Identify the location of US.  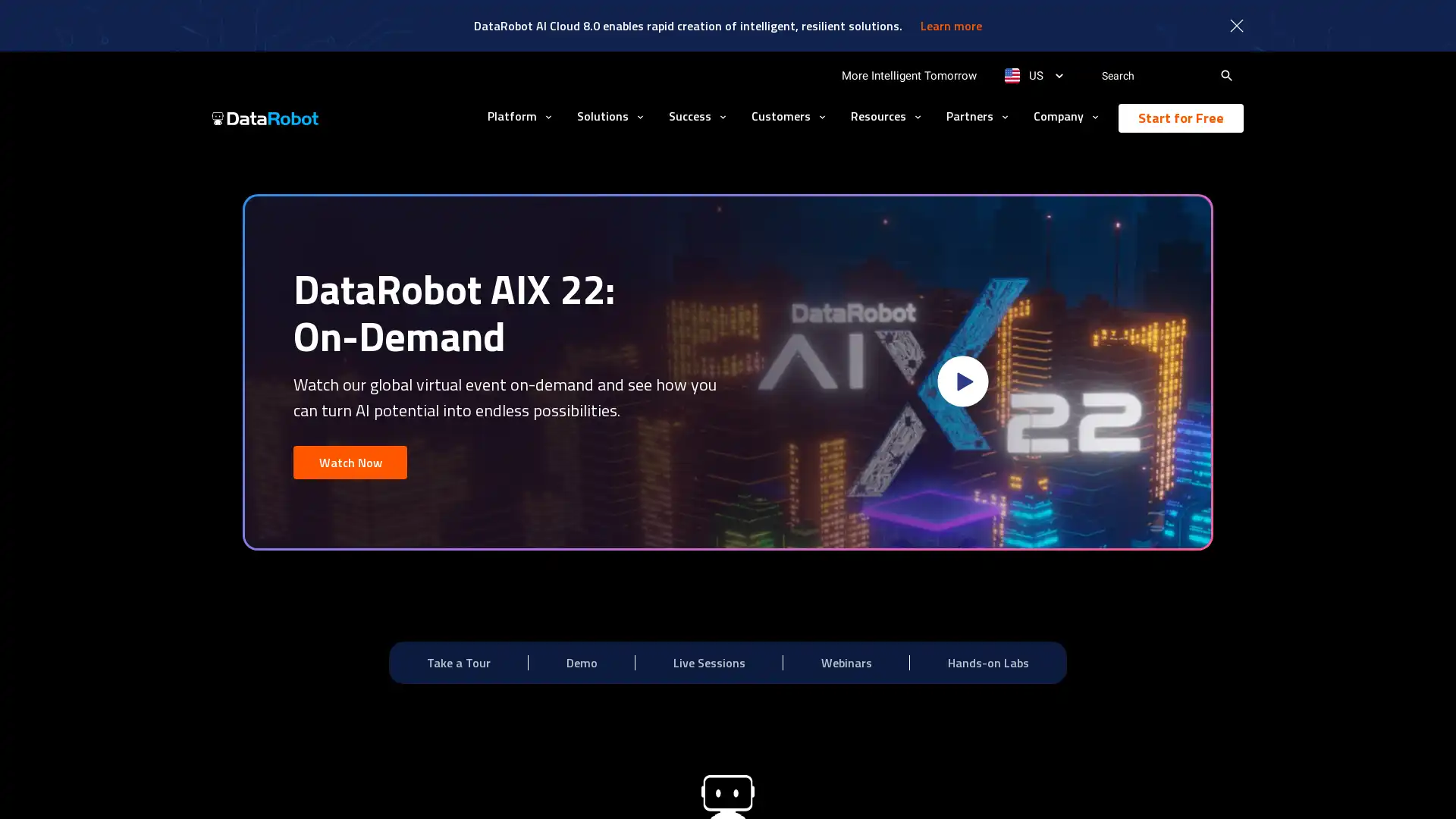
(1033, 76).